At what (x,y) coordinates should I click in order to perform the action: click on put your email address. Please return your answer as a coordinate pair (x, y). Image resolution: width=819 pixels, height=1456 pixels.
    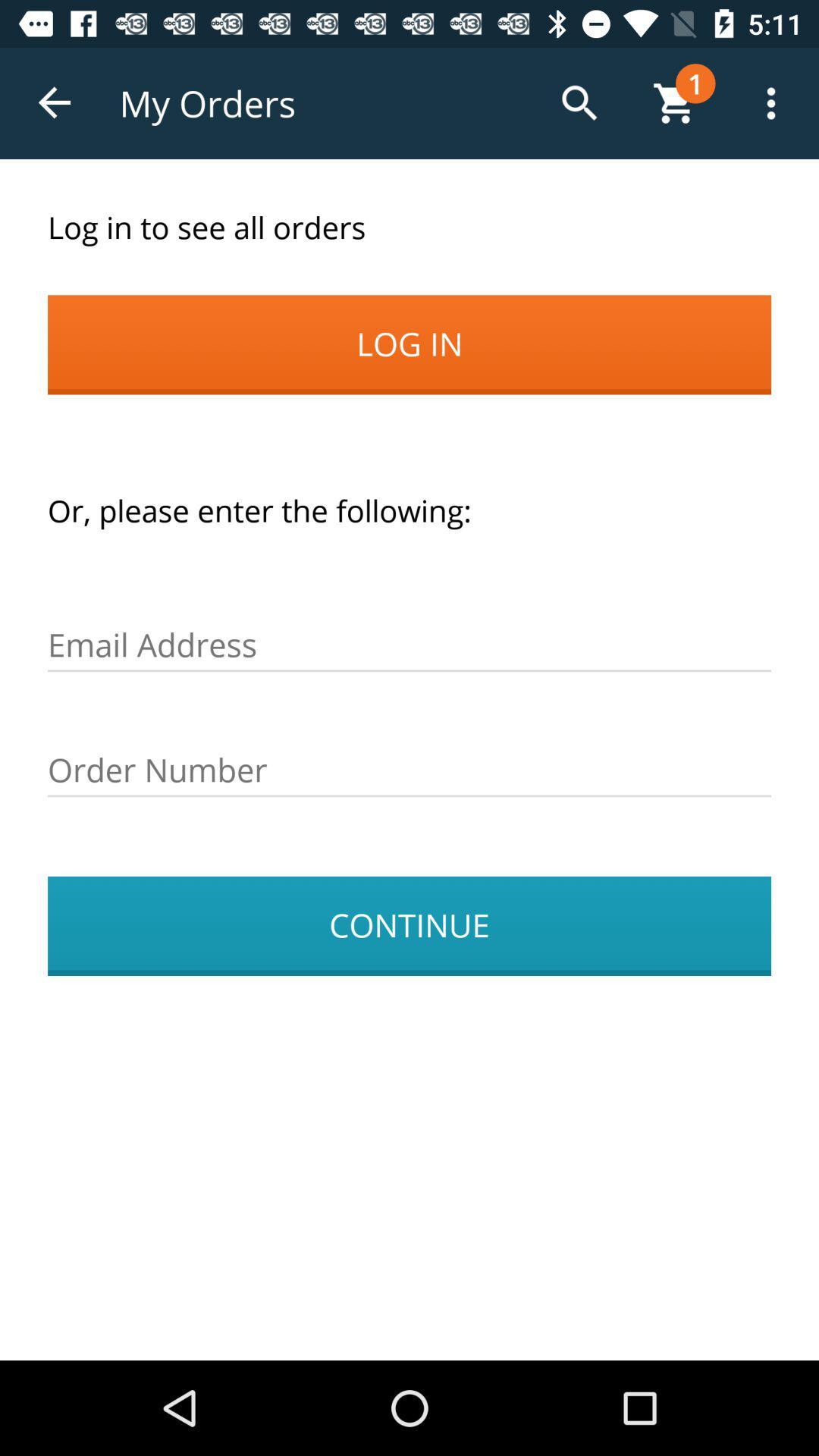
    Looking at the image, I should click on (409, 645).